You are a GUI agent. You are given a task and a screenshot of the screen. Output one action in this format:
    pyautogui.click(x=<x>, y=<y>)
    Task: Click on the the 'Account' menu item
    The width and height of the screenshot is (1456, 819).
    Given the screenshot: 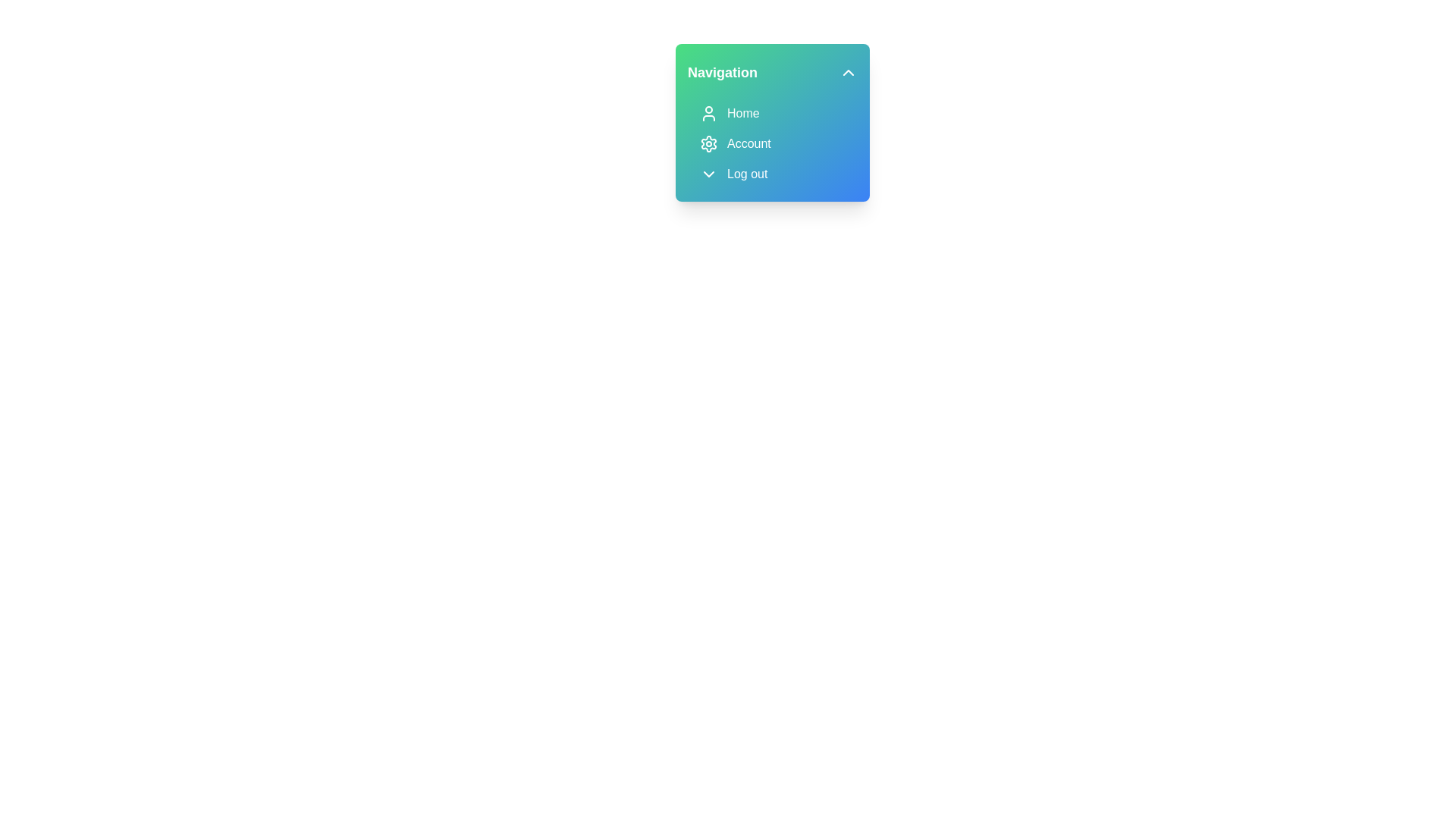 What is the action you would take?
    pyautogui.click(x=772, y=143)
    